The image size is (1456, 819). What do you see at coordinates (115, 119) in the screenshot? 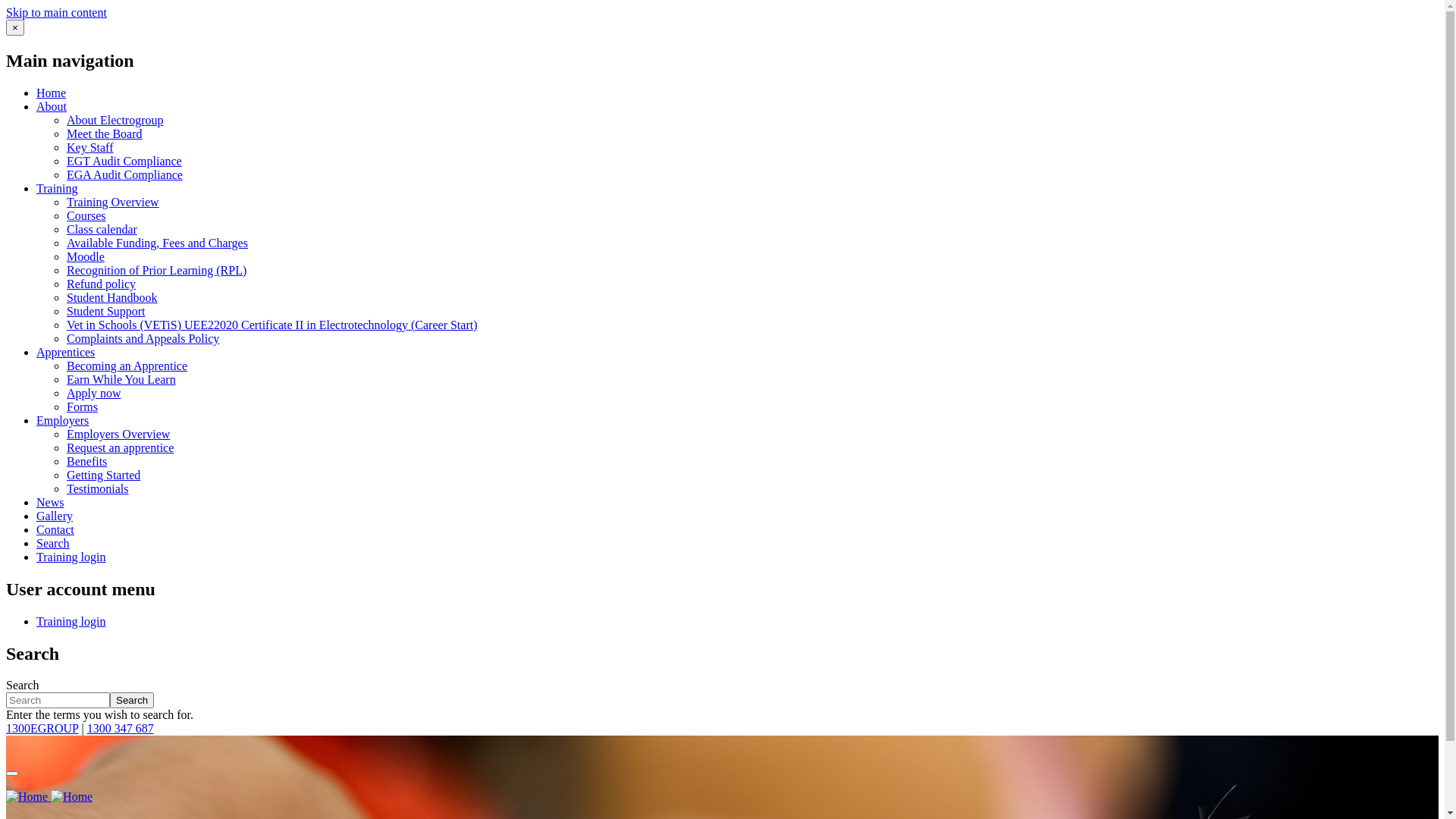
I see `'About Electrogroup'` at bounding box center [115, 119].